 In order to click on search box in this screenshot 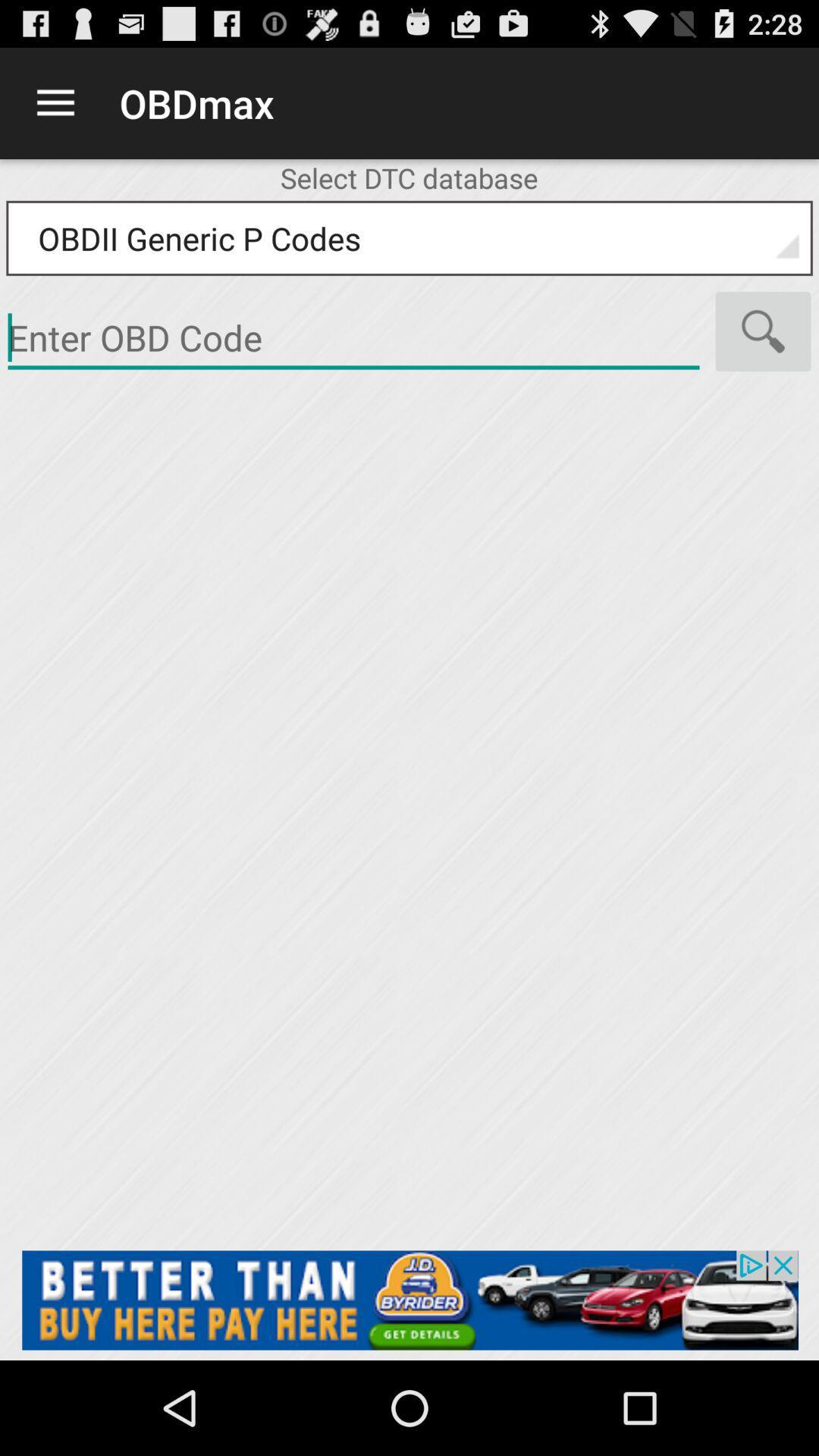, I will do `click(353, 337)`.